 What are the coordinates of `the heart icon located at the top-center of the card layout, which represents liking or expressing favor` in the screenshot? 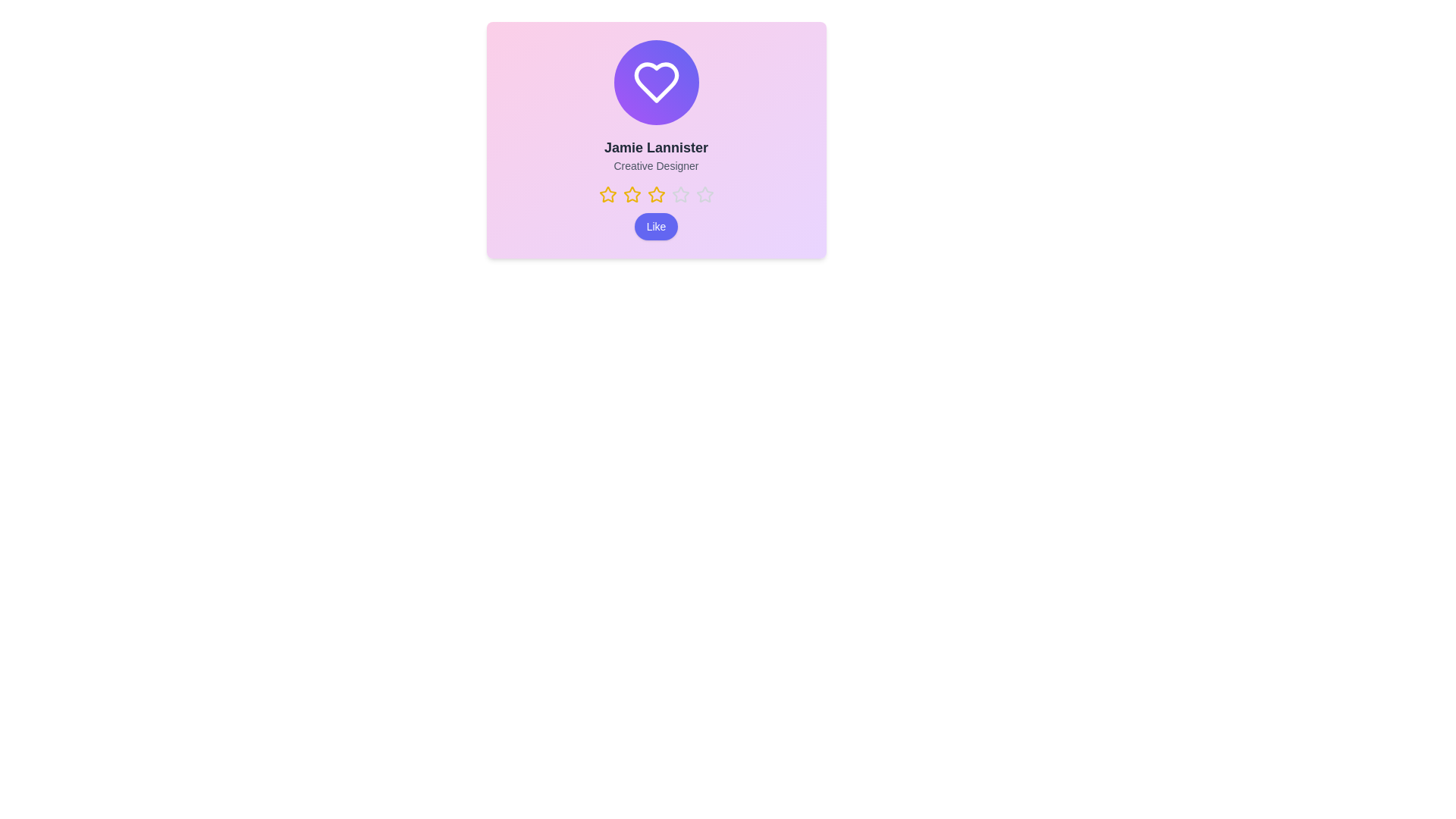 It's located at (656, 82).